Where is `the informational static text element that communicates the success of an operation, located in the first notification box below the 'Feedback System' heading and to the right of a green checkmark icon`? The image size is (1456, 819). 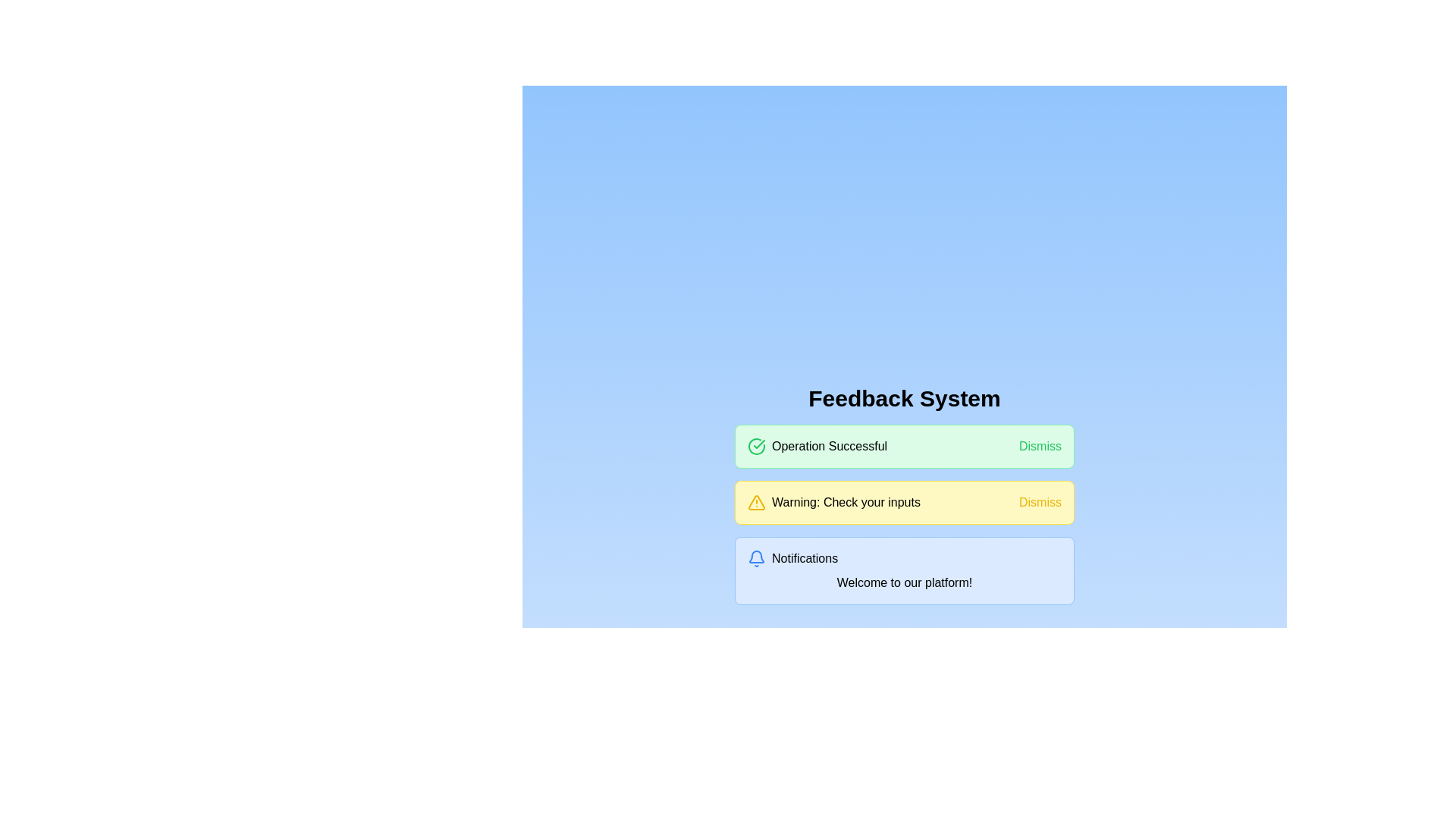
the informational static text element that communicates the success of an operation, located in the first notification box below the 'Feedback System' heading and to the right of a green checkmark icon is located at coordinates (829, 446).